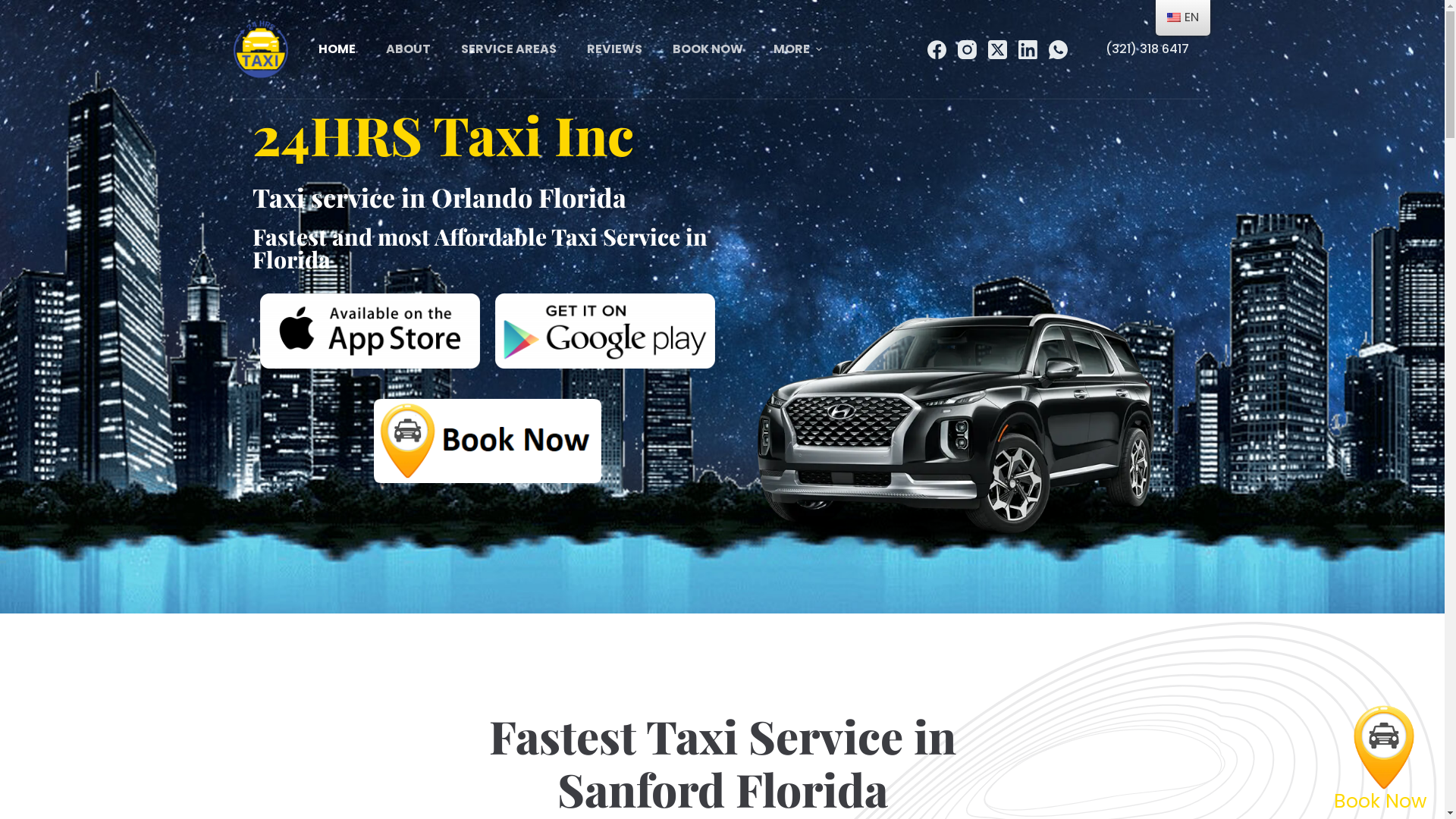 The height and width of the screenshot is (819, 1456). I want to click on 'REVIEWS', so click(570, 49).